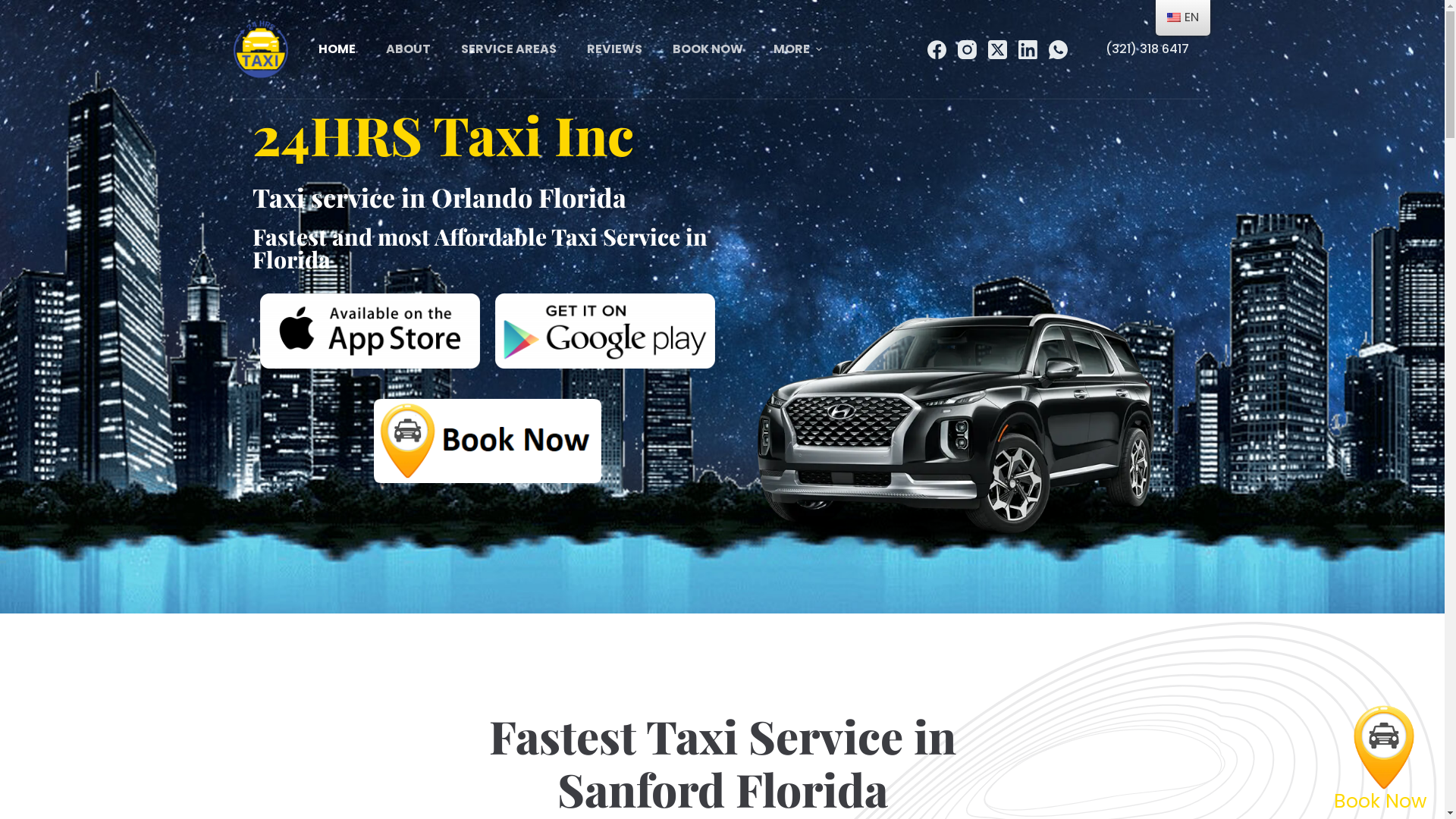 The height and width of the screenshot is (819, 1456). I want to click on 'REVIEWS', so click(570, 49).